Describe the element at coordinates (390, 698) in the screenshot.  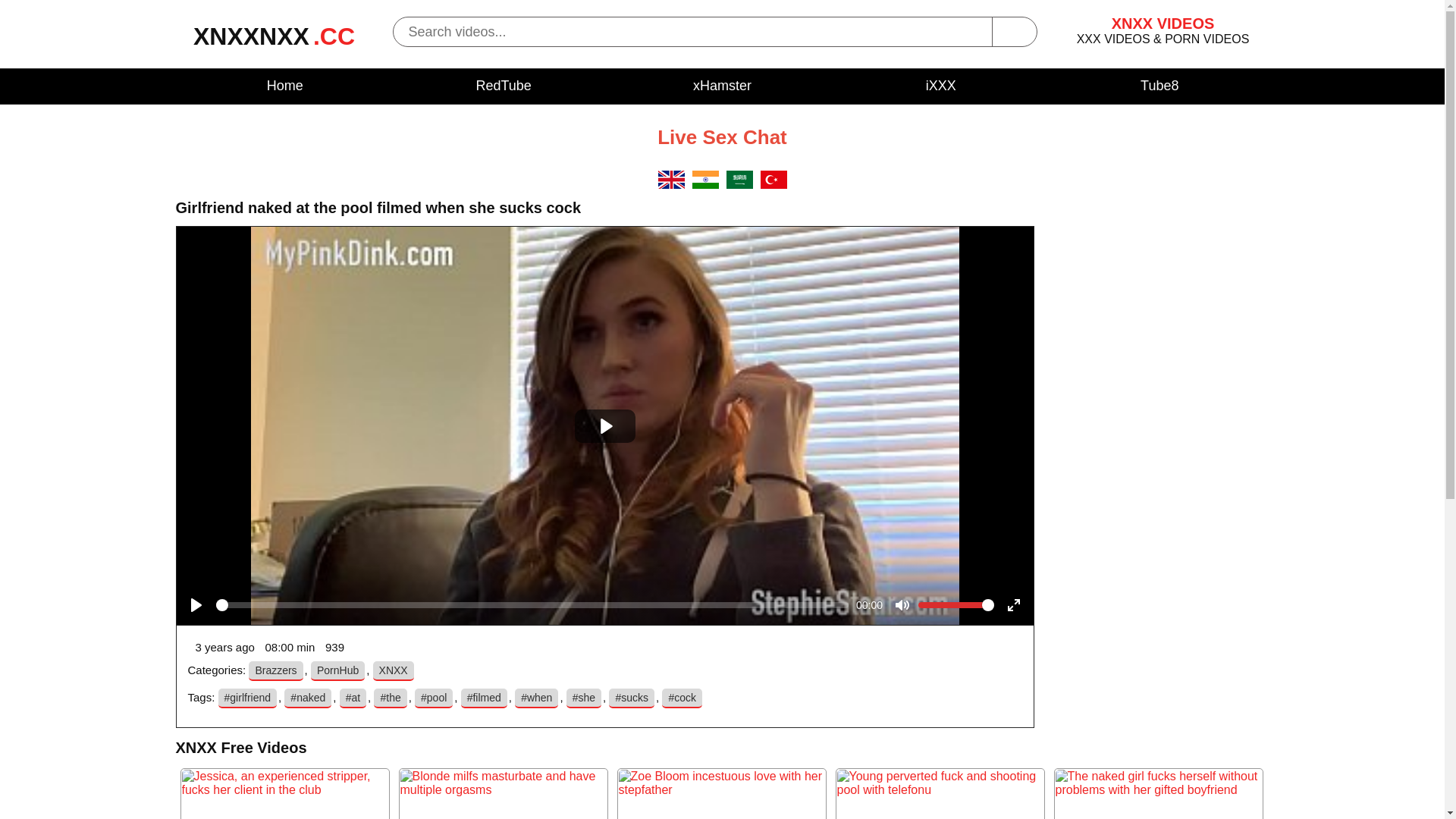
I see `'#the'` at that location.